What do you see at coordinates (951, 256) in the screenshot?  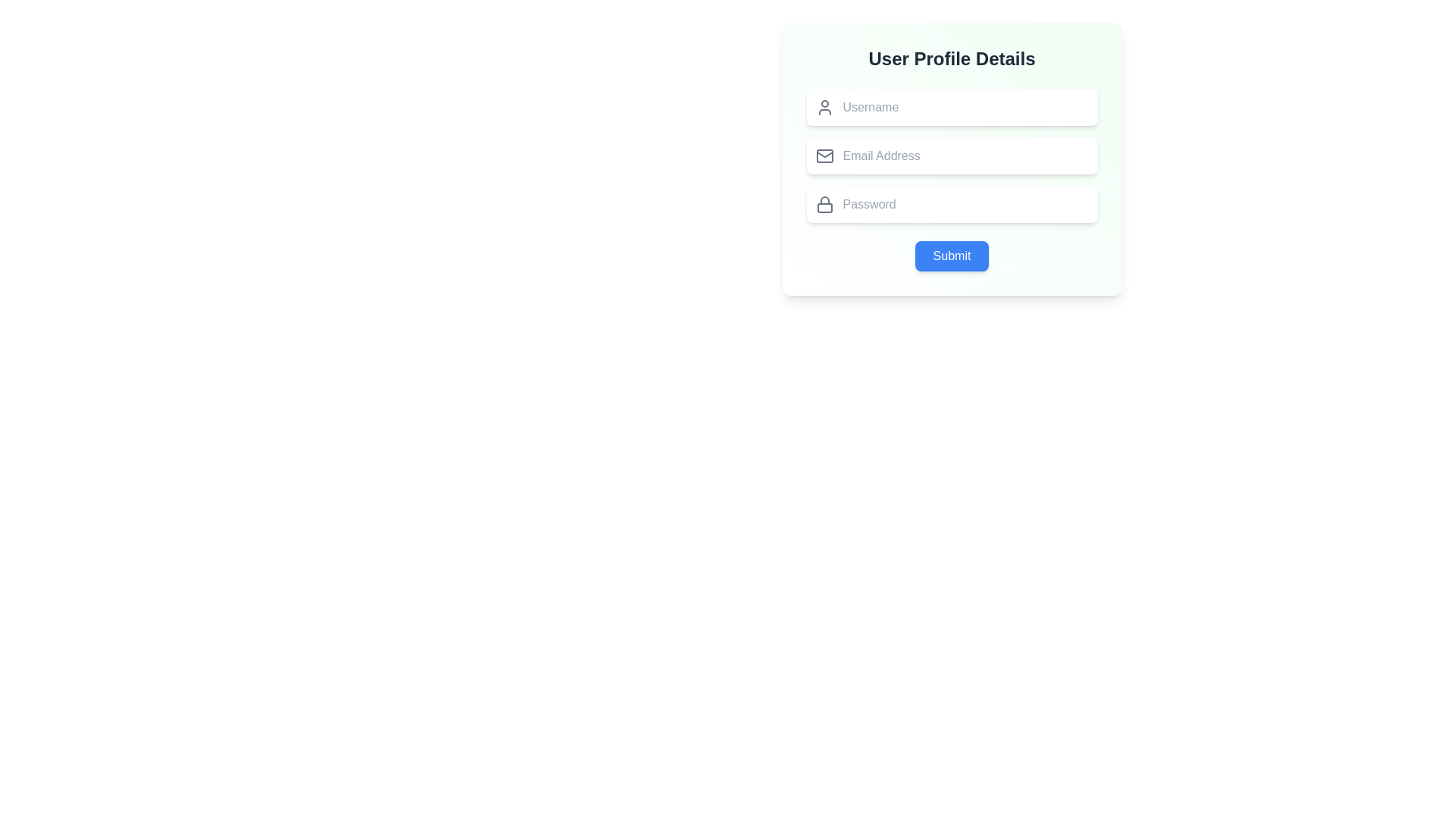 I see `the submit button located at the bottom of the 'User Profile Details' form card` at bounding box center [951, 256].